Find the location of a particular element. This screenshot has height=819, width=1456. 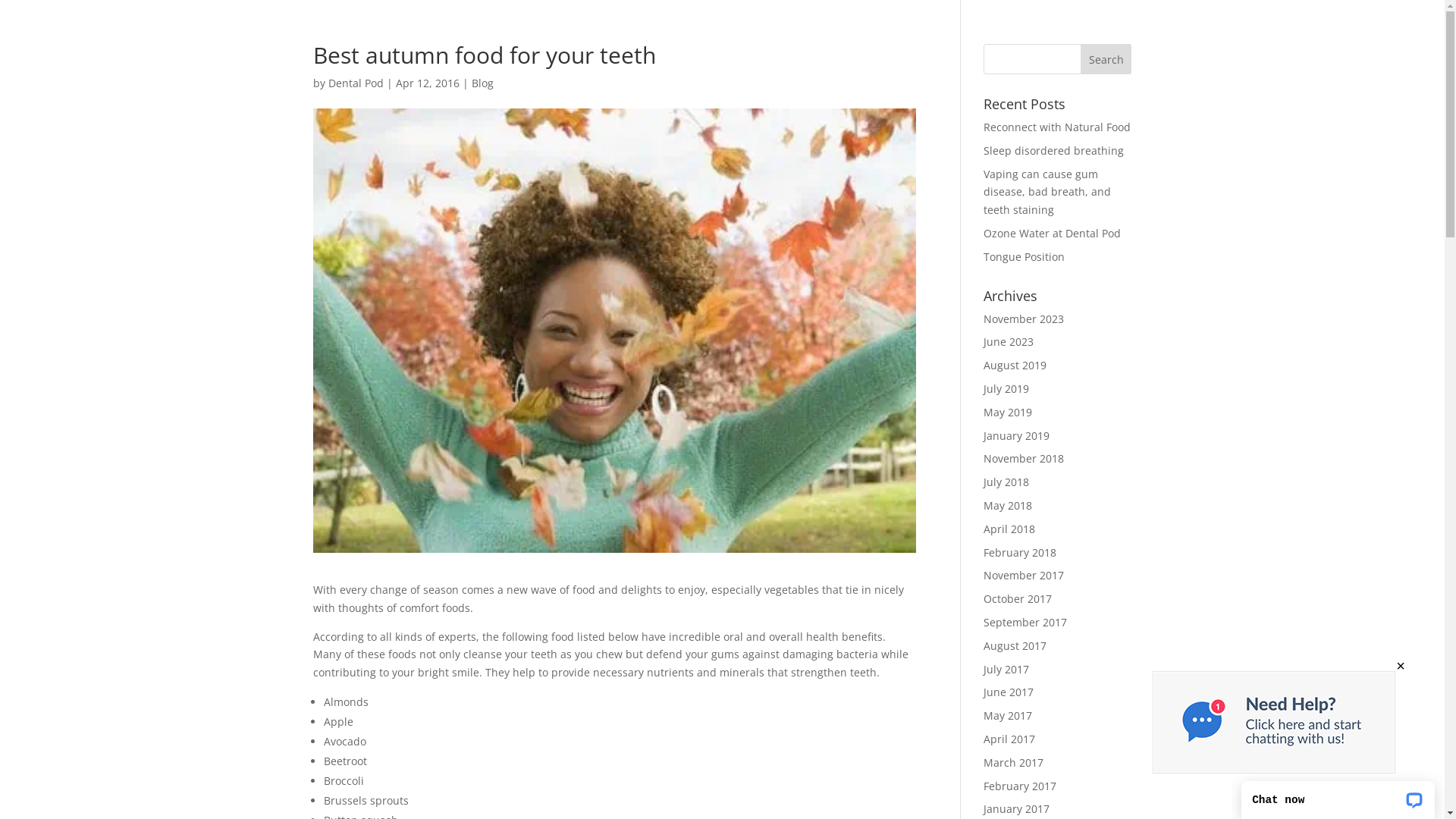

'Ozone Water at Dental Pod' is located at coordinates (1051, 233).